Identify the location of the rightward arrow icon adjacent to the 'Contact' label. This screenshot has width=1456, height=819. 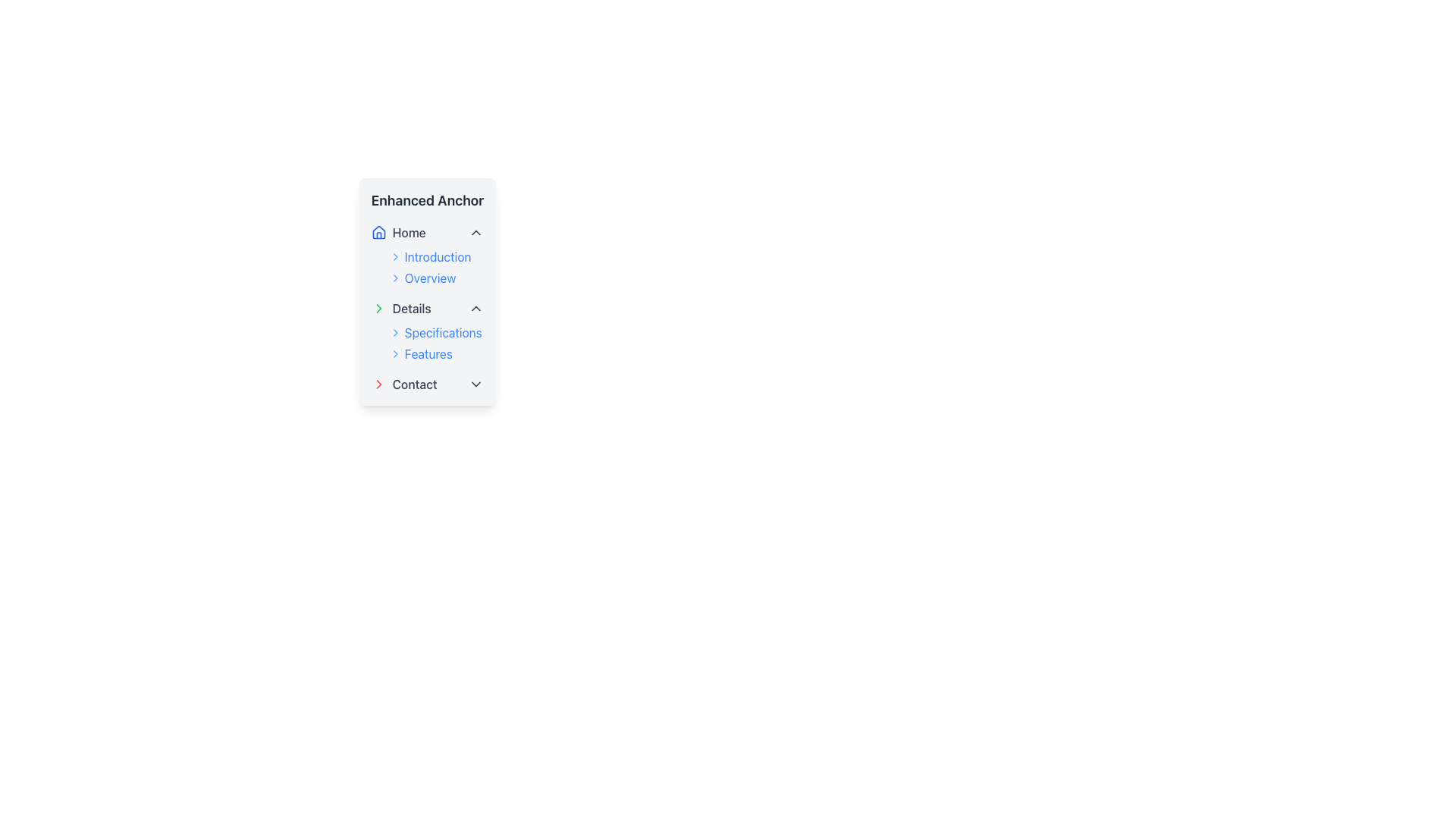
(378, 383).